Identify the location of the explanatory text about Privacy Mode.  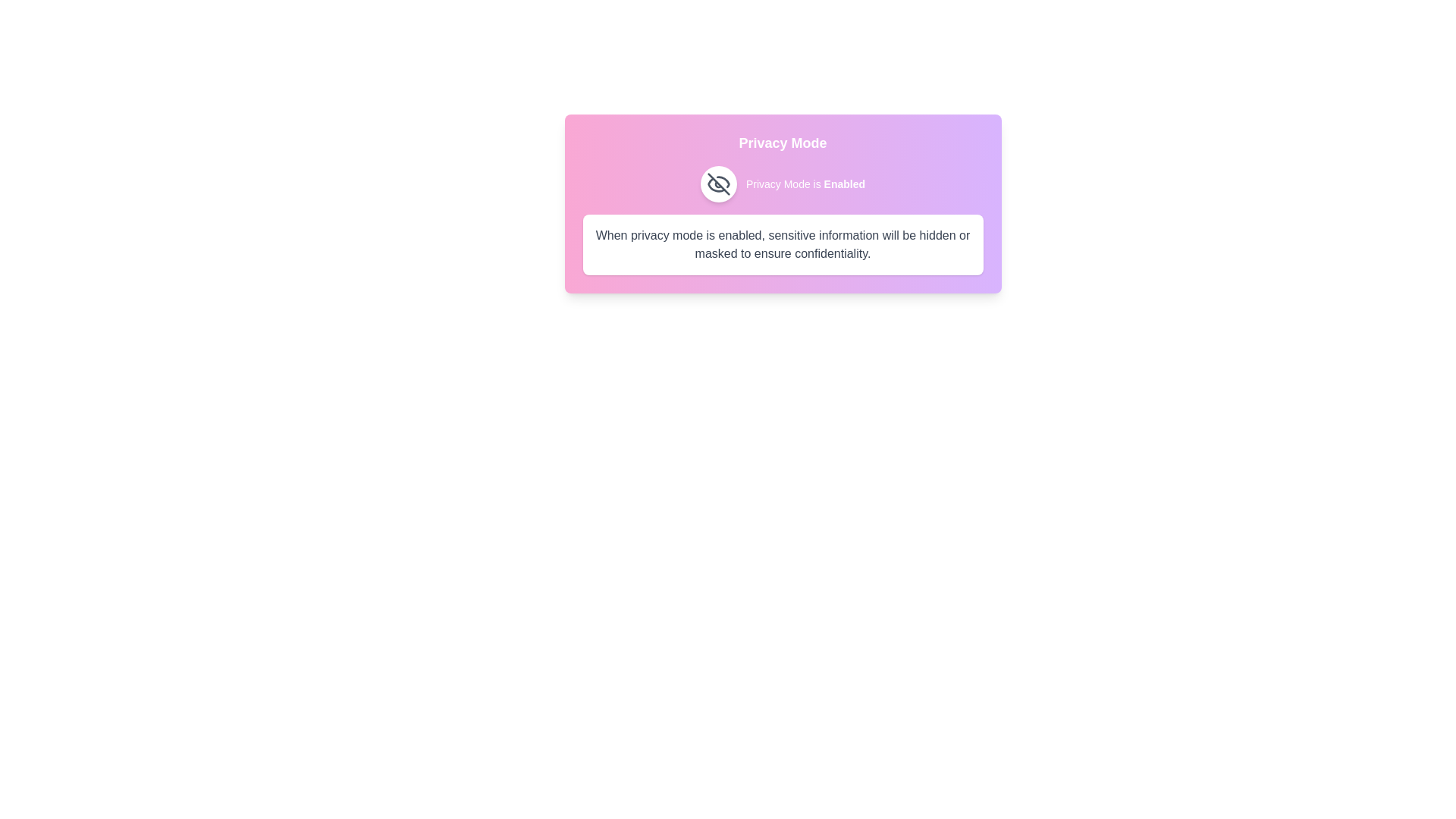
(783, 244).